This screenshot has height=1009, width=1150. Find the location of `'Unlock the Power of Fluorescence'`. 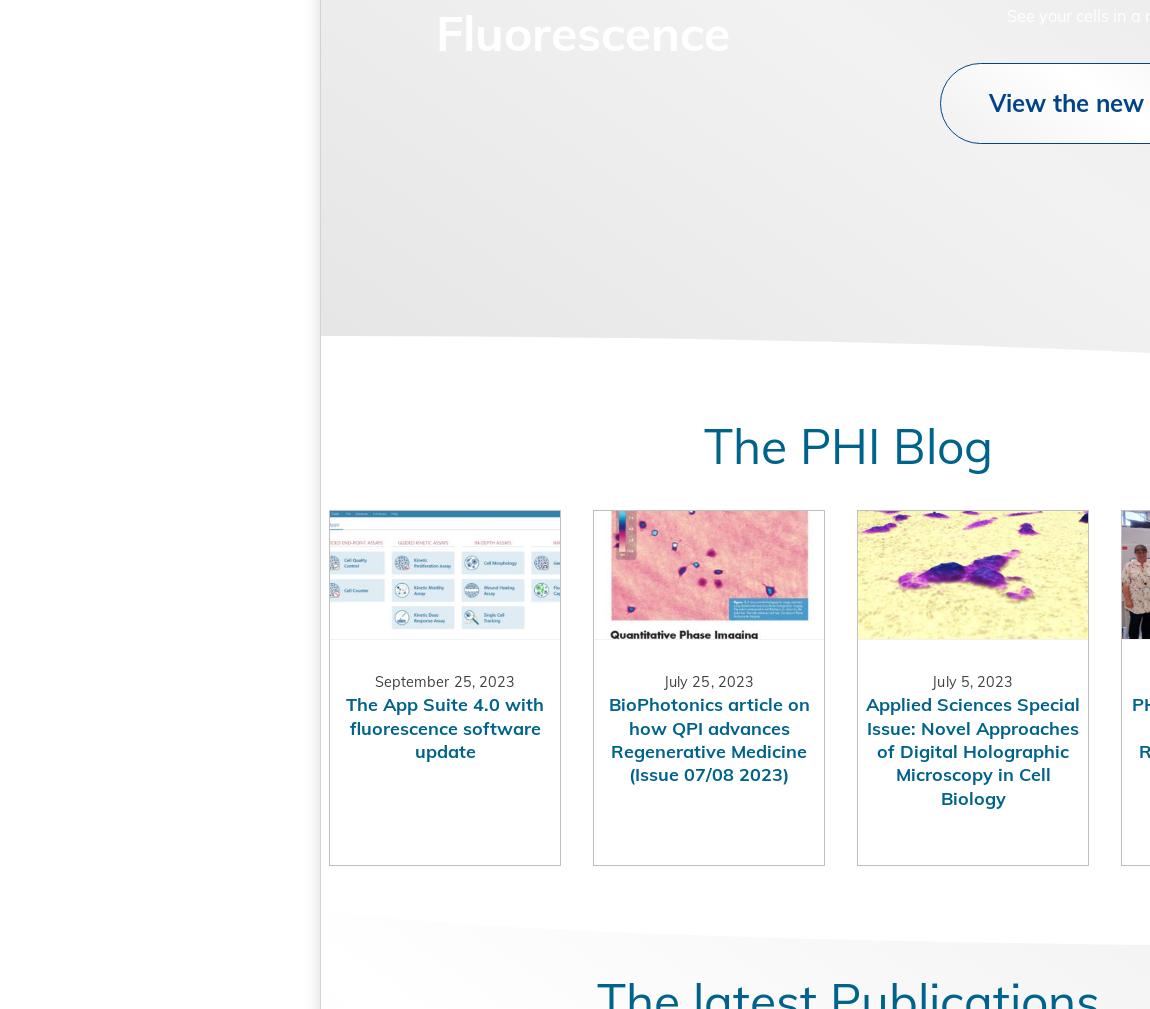

'Unlock the Power of Fluorescence' is located at coordinates (526, 104).